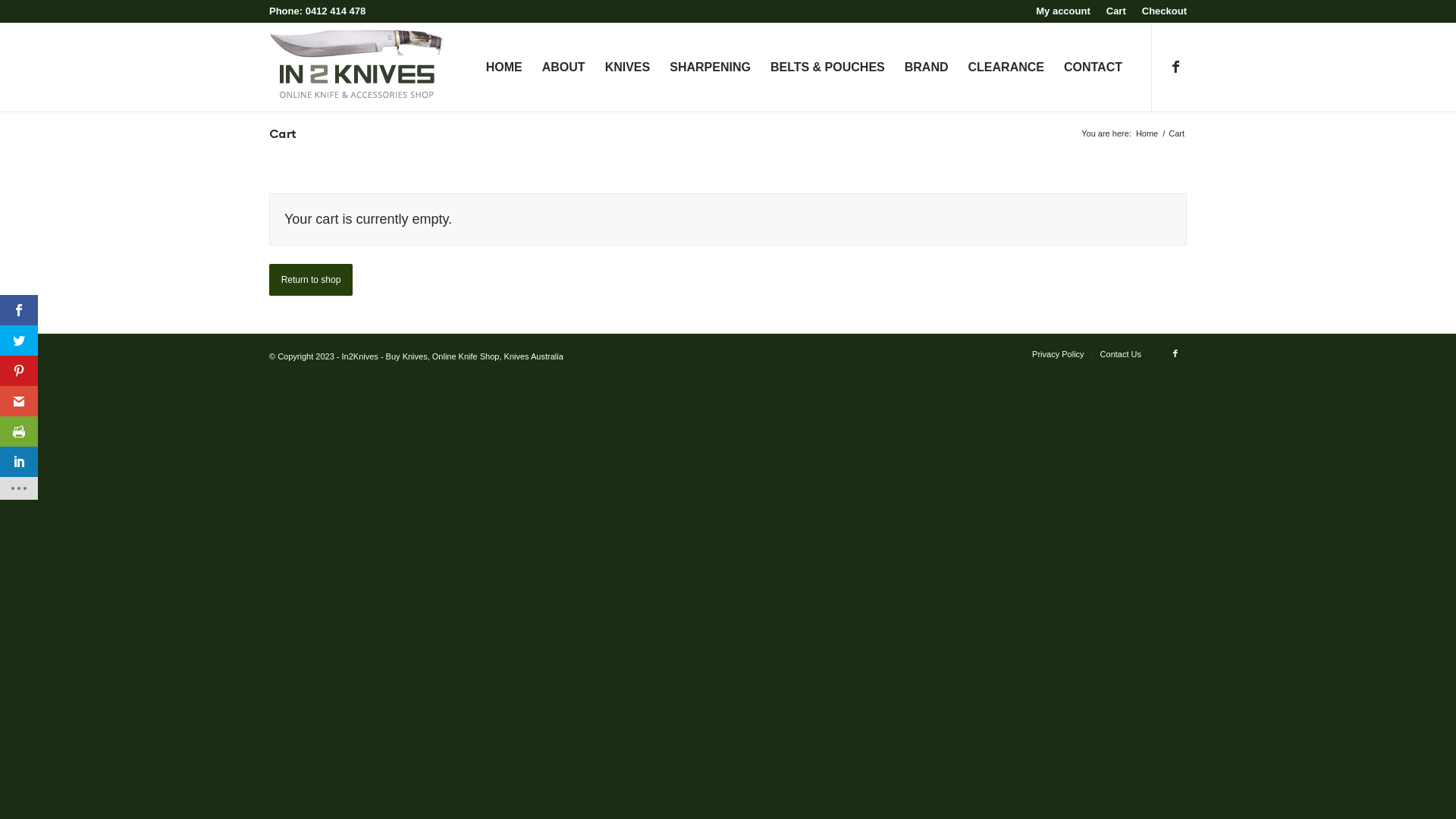 This screenshot has width=1456, height=819. I want to click on 'BELTS & POUCHES', so click(827, 66).